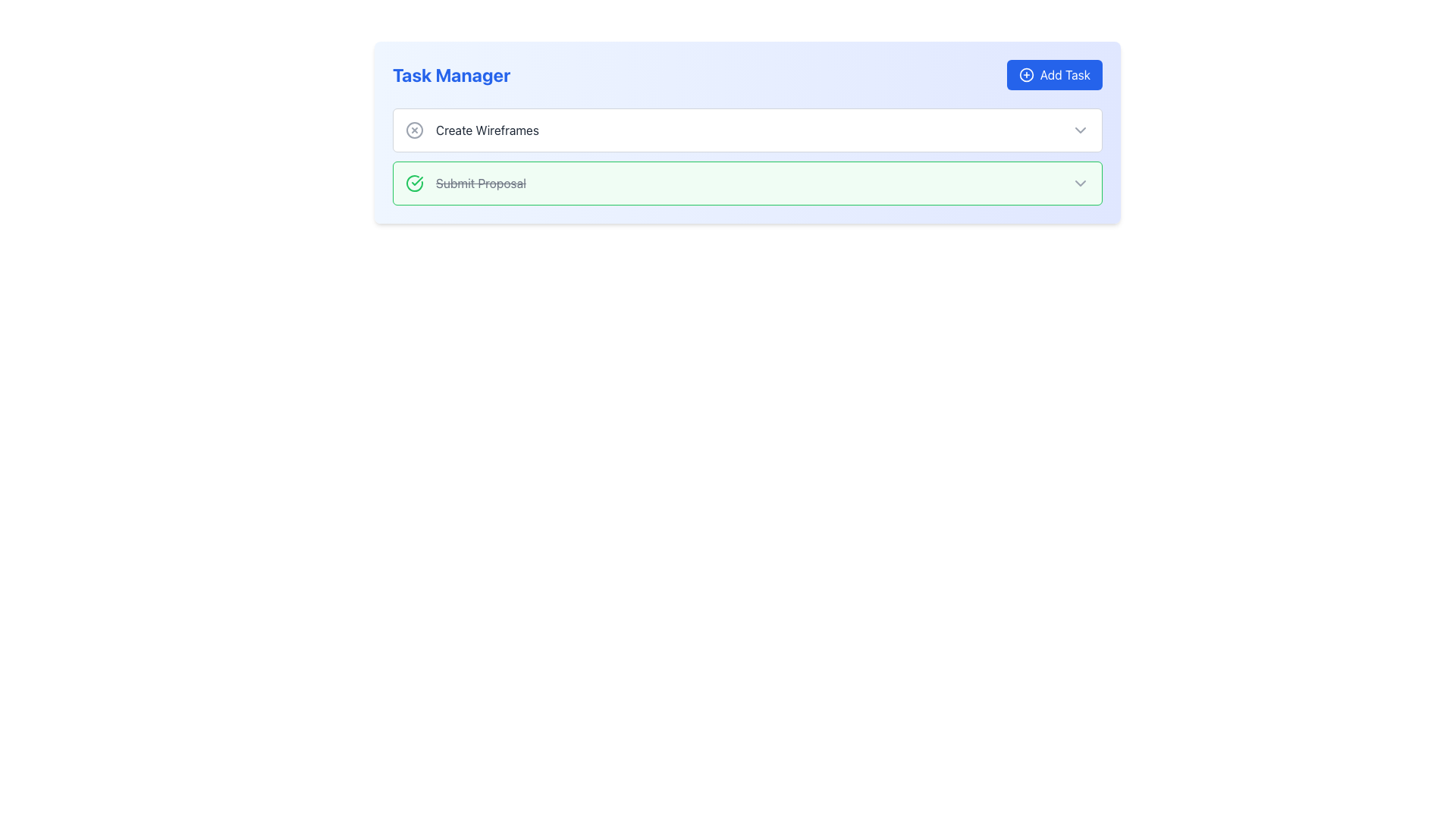  Describe the element at coordinates (747, 130) in the screenshot. I see `the chevron button at the top of the task manager interface` at that location.